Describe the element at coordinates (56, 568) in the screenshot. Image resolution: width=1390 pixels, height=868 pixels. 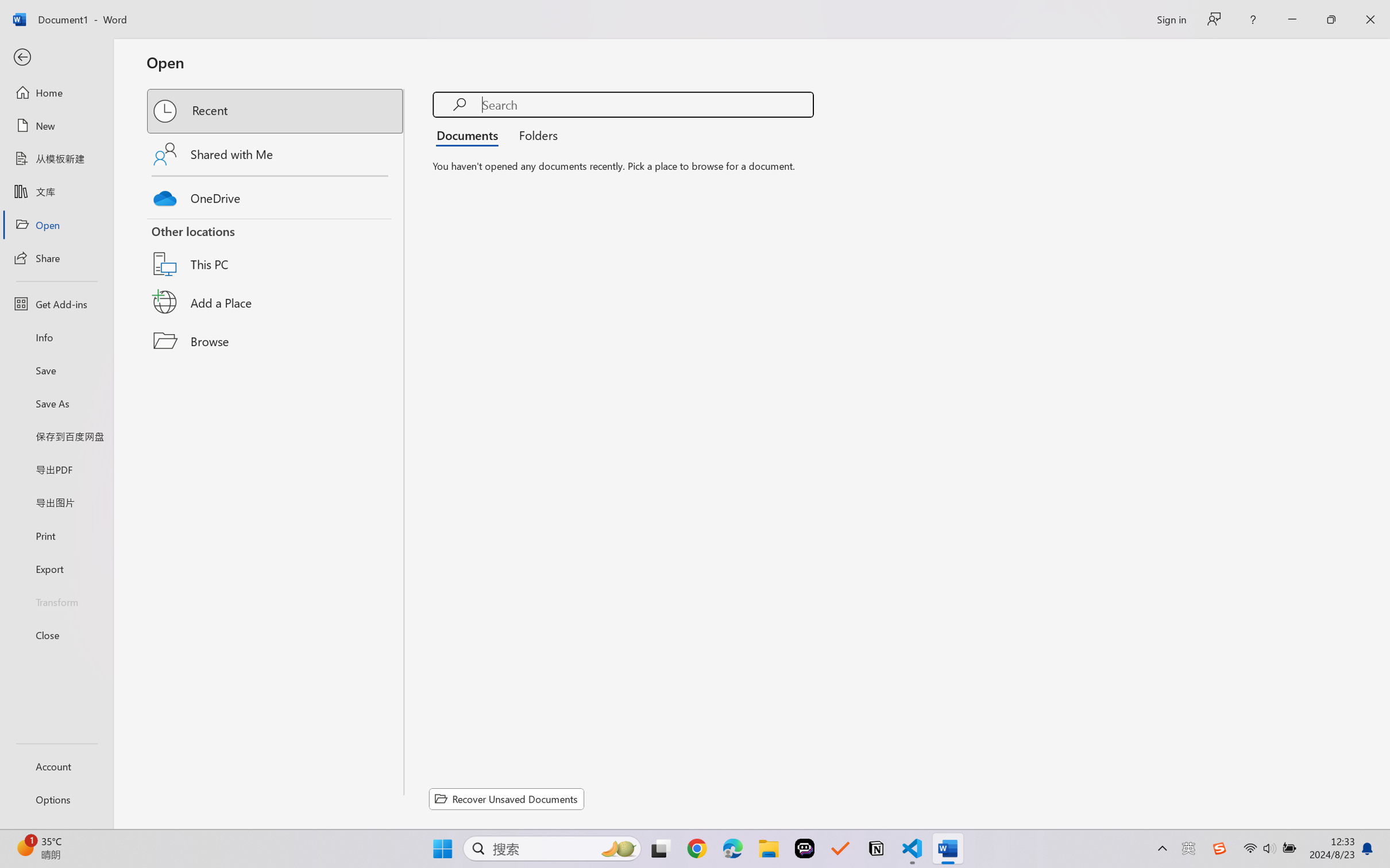
I see `'Export'` at that location.